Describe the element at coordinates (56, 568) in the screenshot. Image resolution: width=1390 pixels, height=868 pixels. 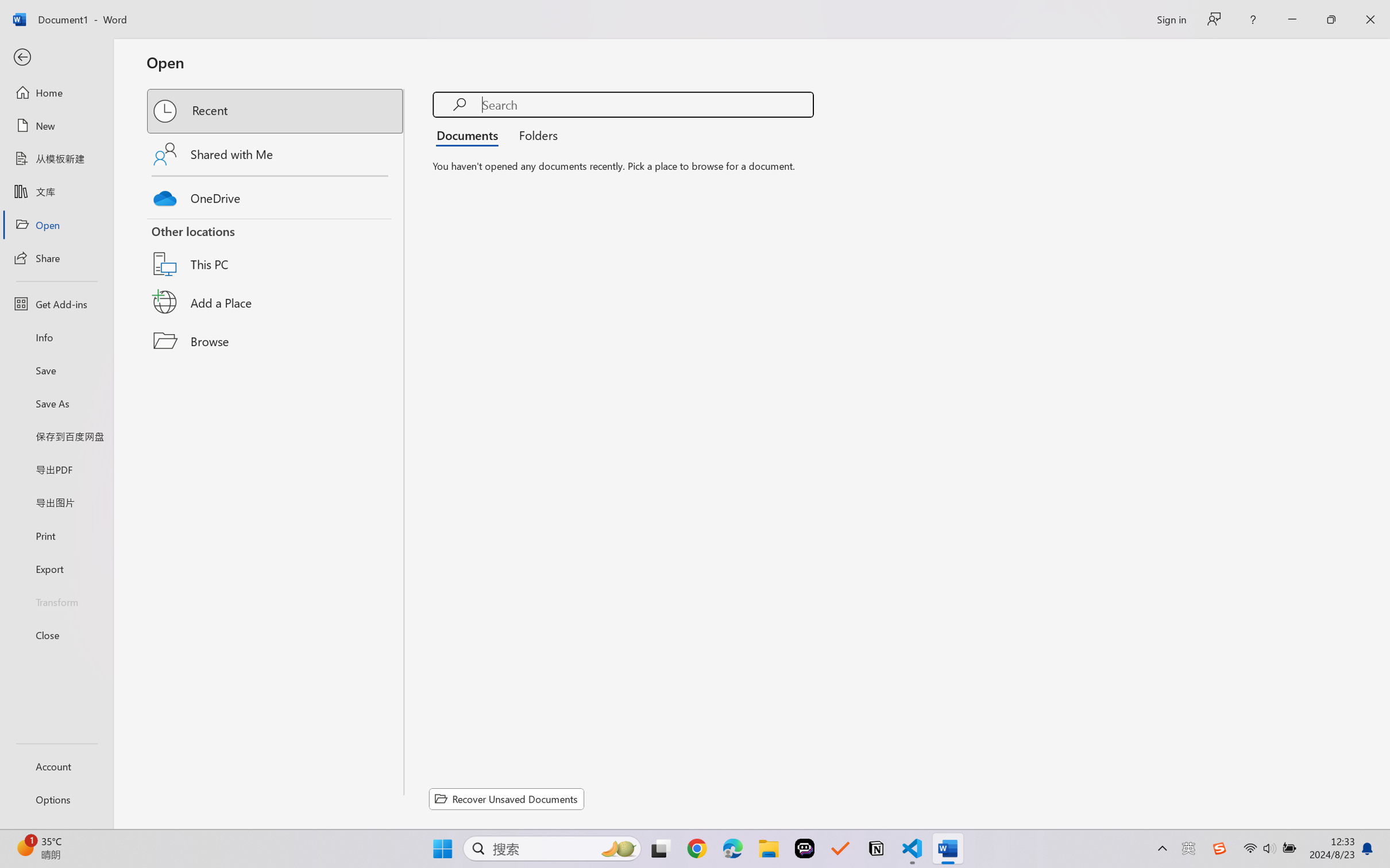
I see `'Export'` at that location.